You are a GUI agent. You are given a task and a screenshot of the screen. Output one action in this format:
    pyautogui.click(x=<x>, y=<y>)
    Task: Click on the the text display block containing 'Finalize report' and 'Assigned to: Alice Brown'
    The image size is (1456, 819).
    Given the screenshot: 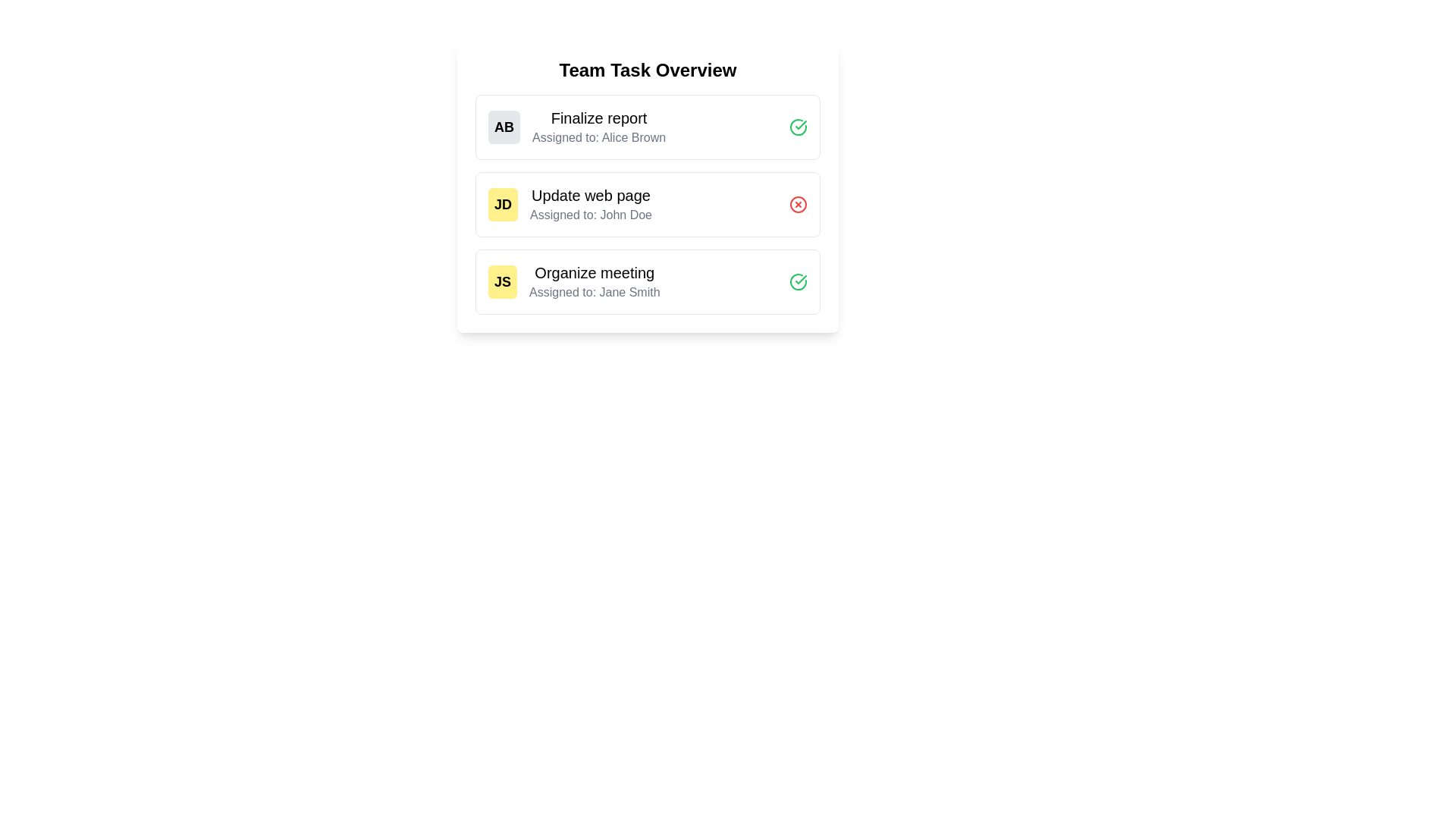 What is the action you would take?
    pyautogui.click(x=598, y=127)
    